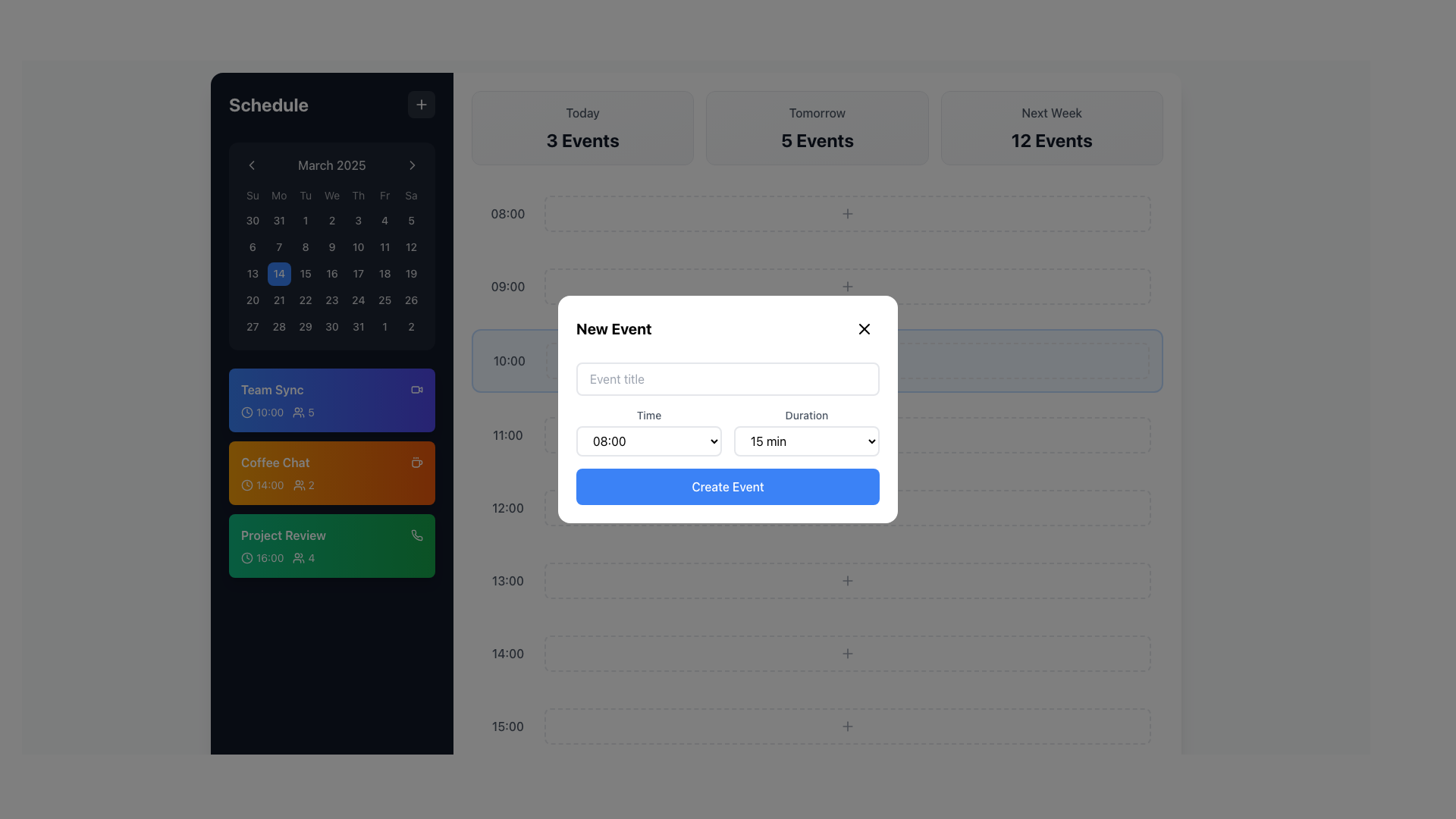 The width and height of the screenshot is (1456, 819). I want to click on the Time label displaying '08:00', which is positioned at the top-left area of a schedule grid in bold gray font, so click(508, 213).